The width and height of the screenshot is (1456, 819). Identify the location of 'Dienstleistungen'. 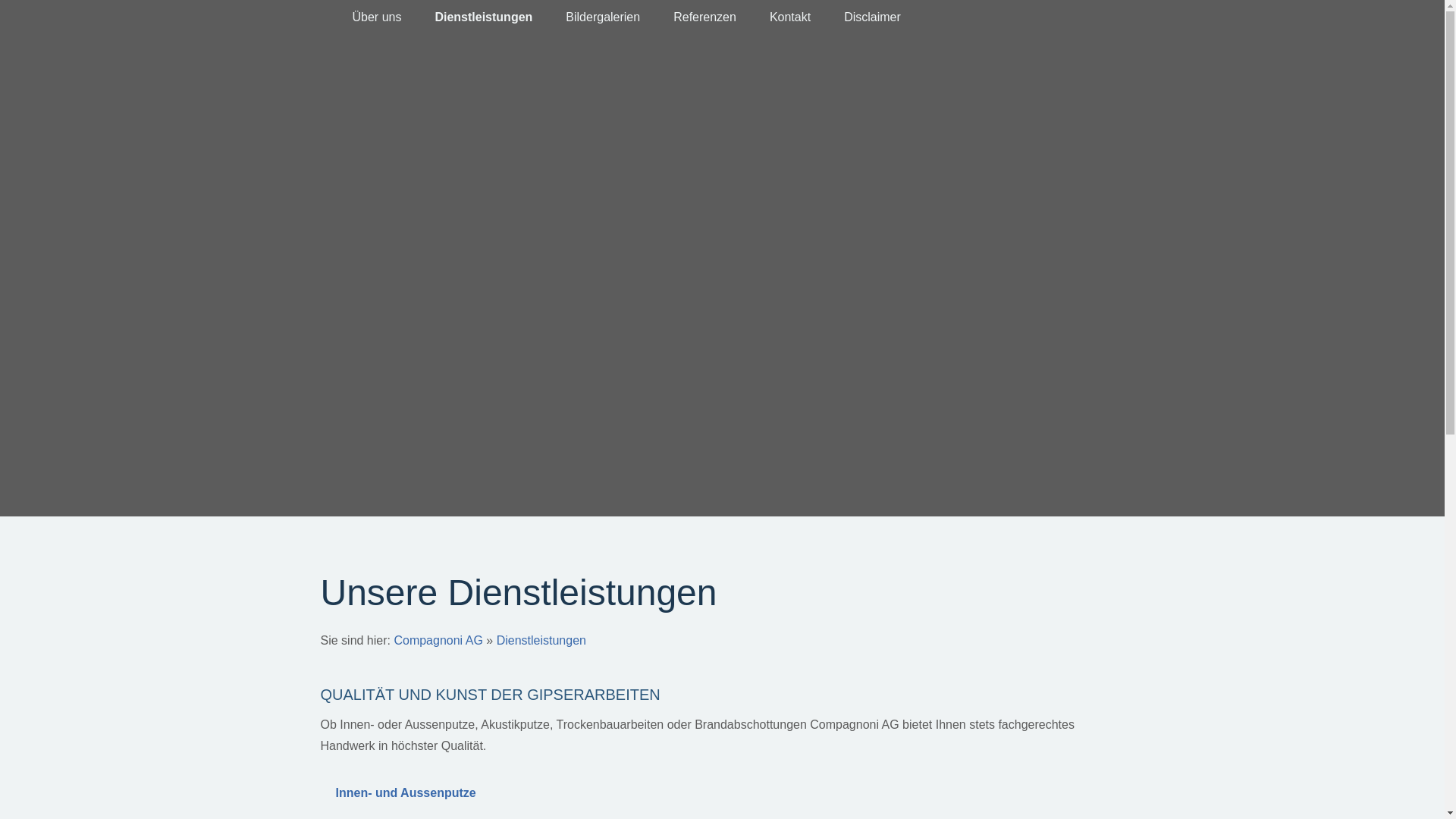
(541, 640).